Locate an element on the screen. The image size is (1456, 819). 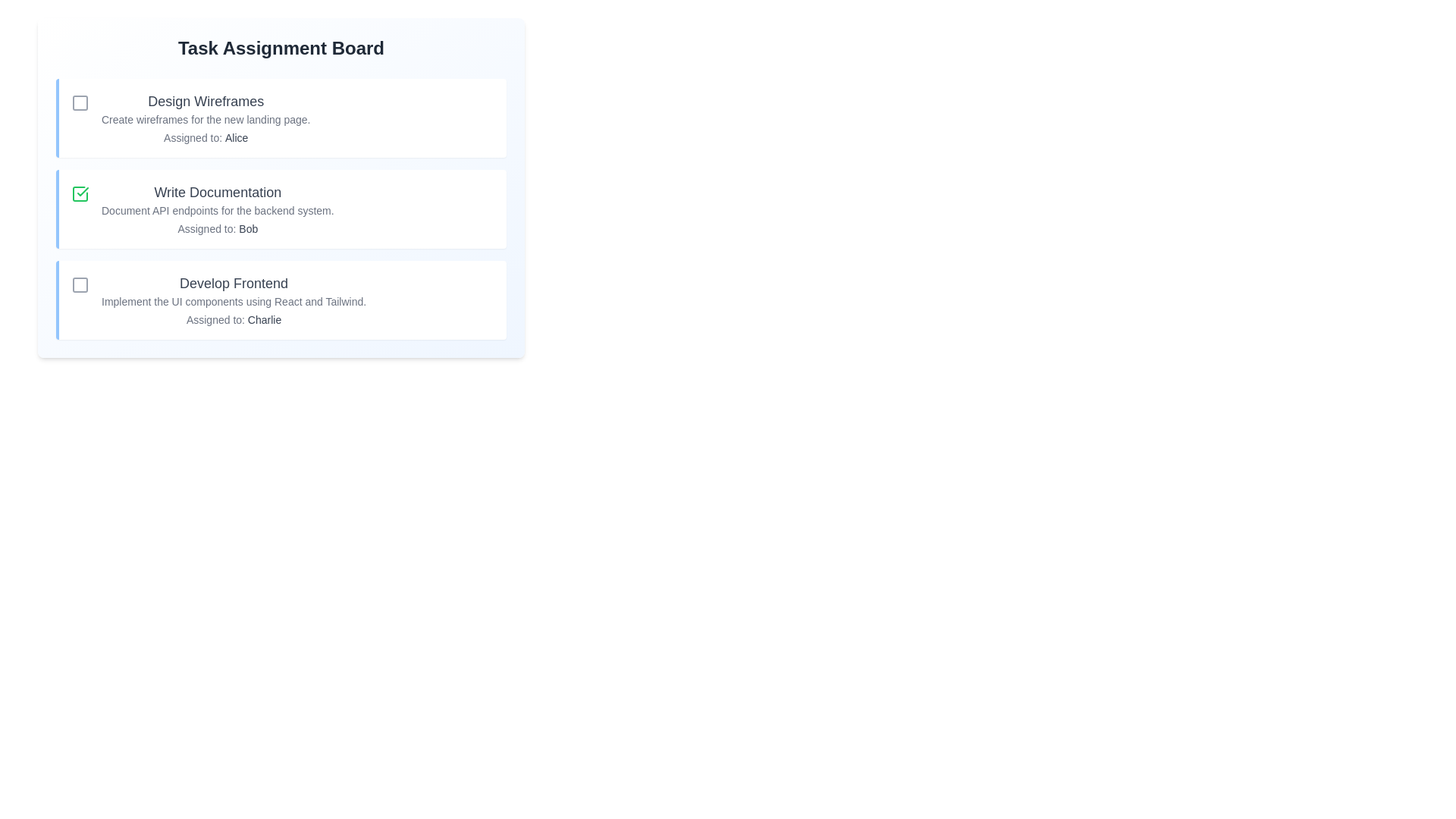
the text label displaying 'Assigned to: Alice', which is styled in smaller gray text and located below the task description in the task board is located at coordinates (205, 137).